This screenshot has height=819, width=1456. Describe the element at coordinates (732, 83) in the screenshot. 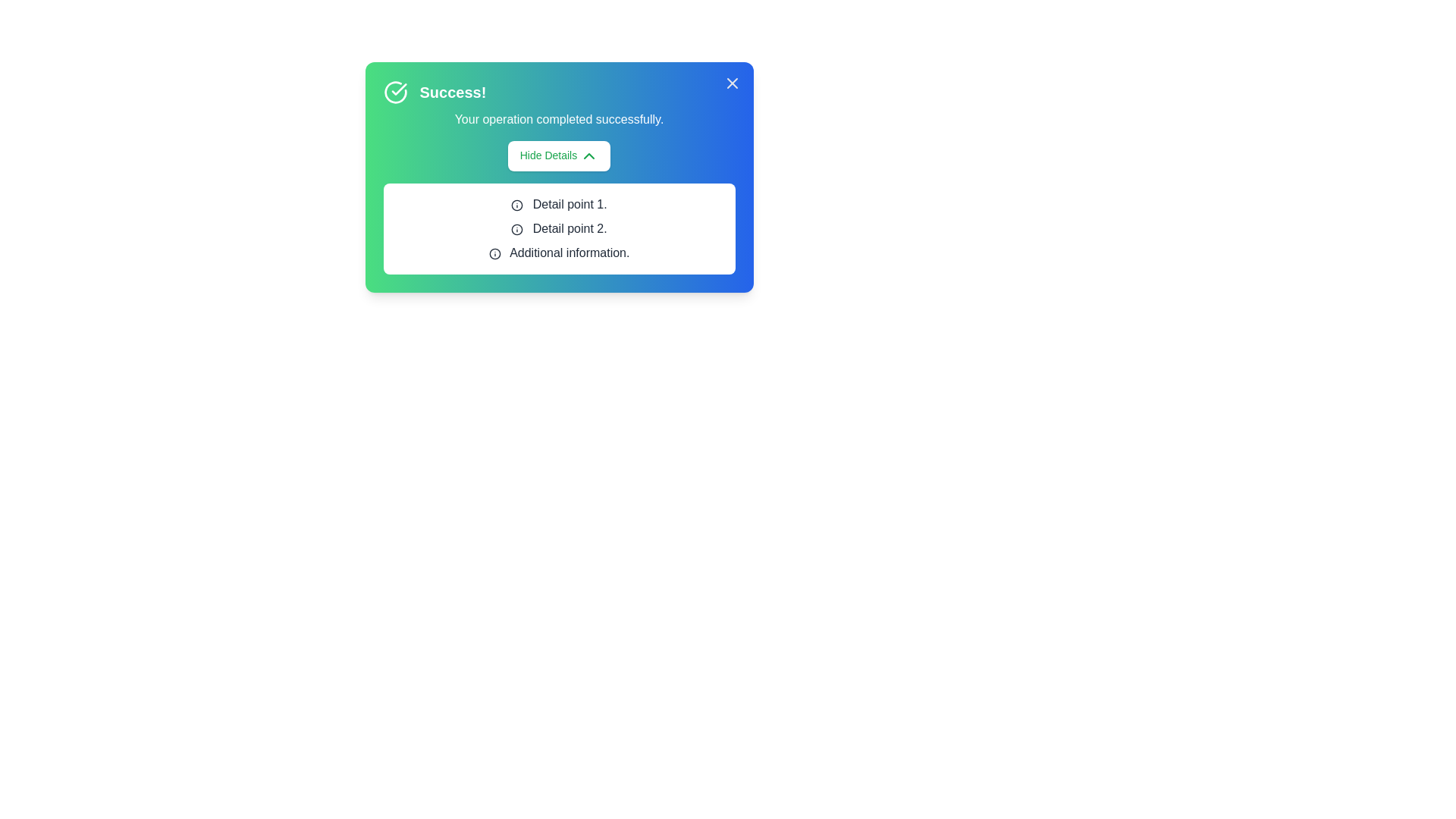

I see `the close button in the top-right corner of the alert` at that location.